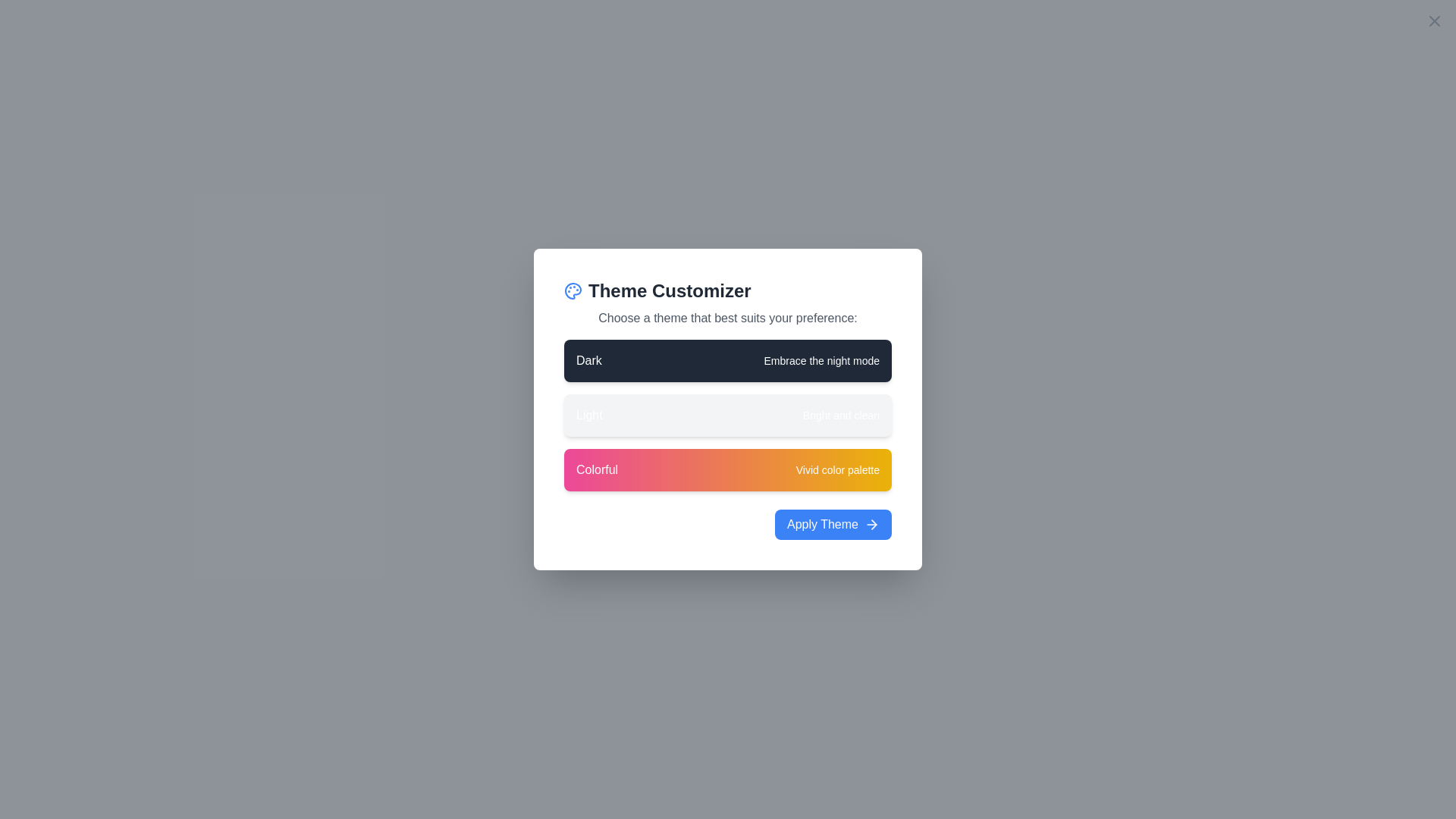 The image size is (1456, 819). I want to click on the rectangular button with a gradient background labeled 'Colorful', so click(728, 469).